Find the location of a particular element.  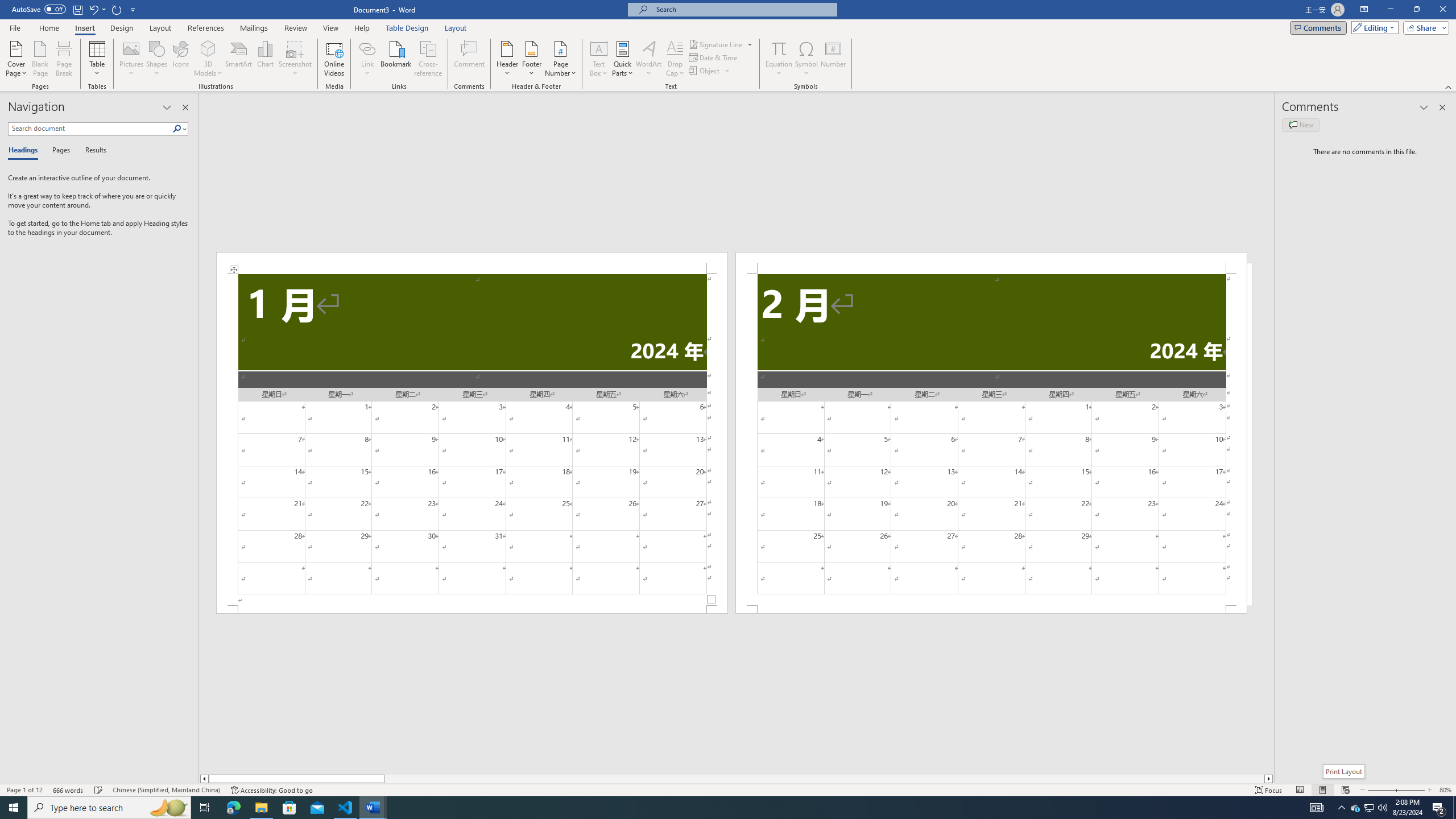

'Footer' is located at coordinates (531, 59).